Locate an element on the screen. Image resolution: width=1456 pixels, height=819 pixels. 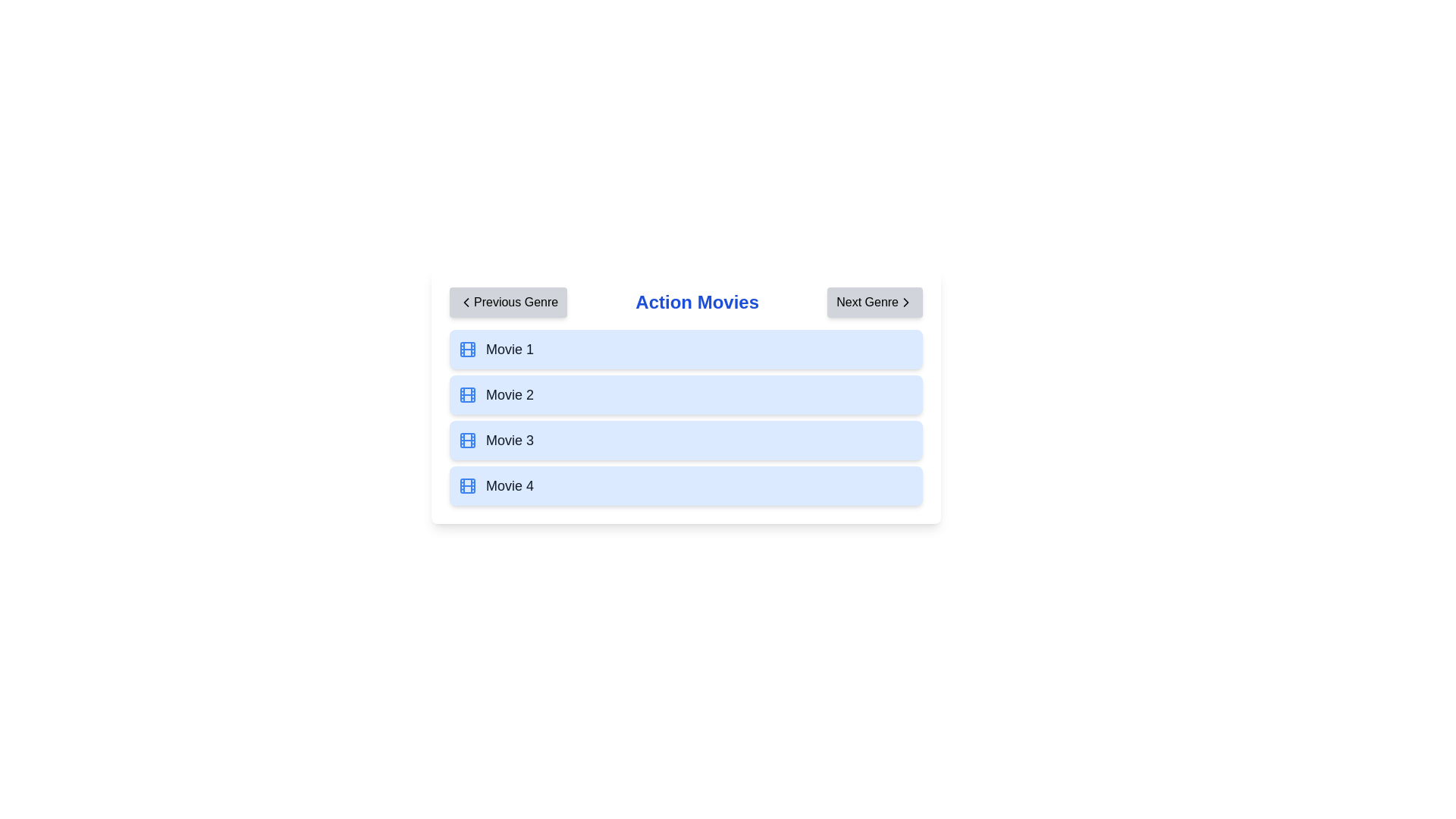
the card representing the movie titled 'Movie 2', which is the second item in a vertical list of four movie cards is located at coordinates (686, 394).